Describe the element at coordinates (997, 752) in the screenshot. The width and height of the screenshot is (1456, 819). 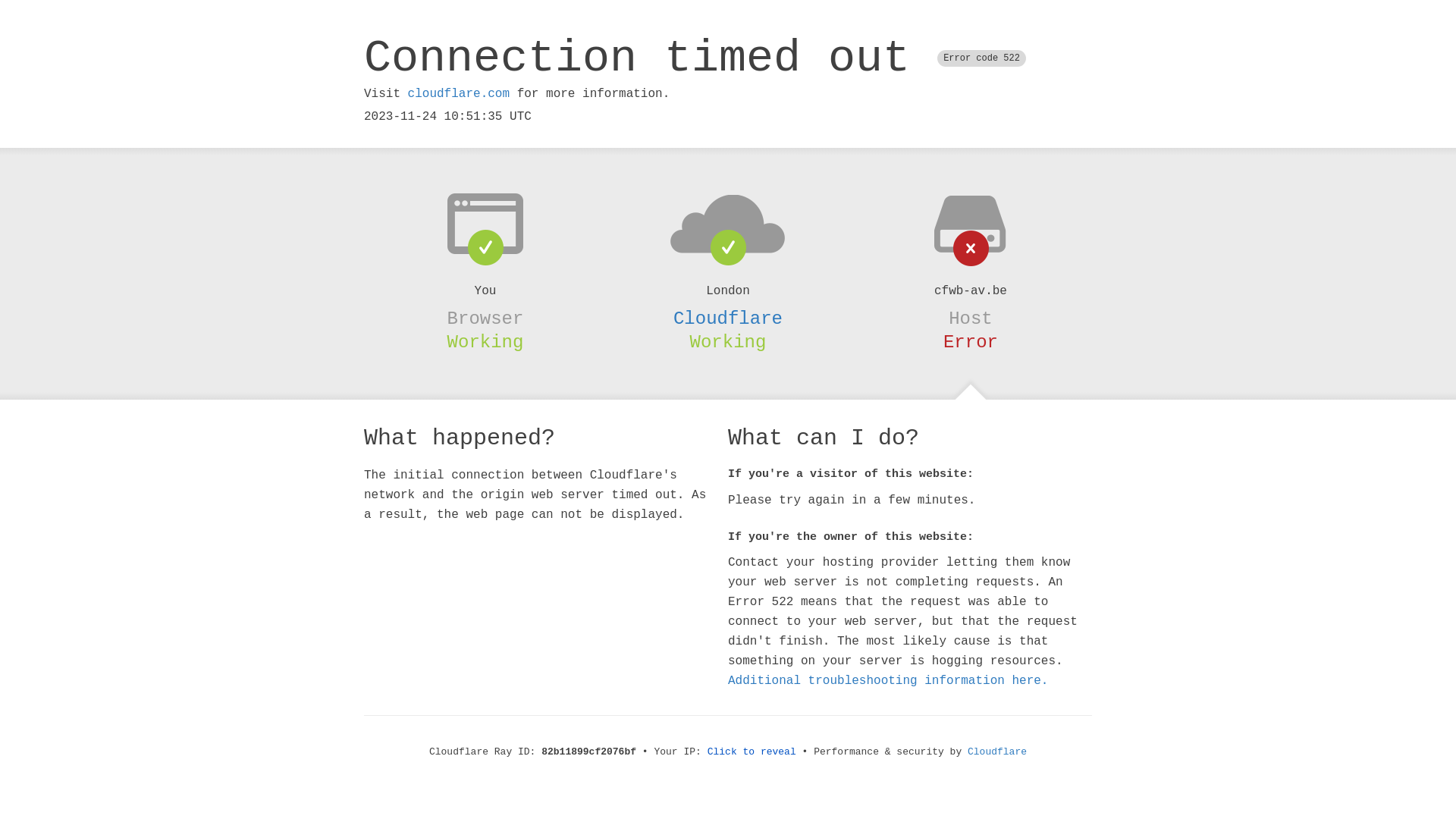
I see `'Cloudflare'` at that location.